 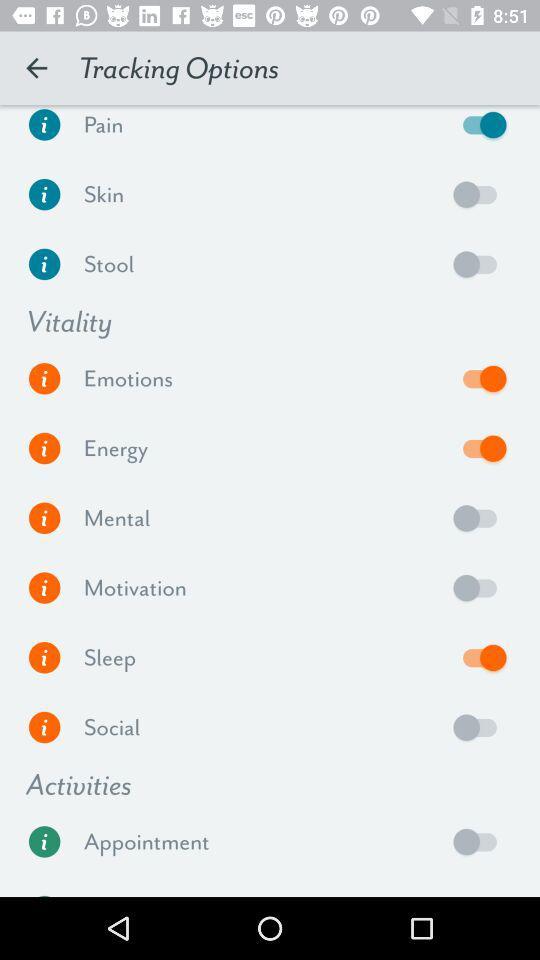 I want to click on the sleep button, so click(x=479, y=656).